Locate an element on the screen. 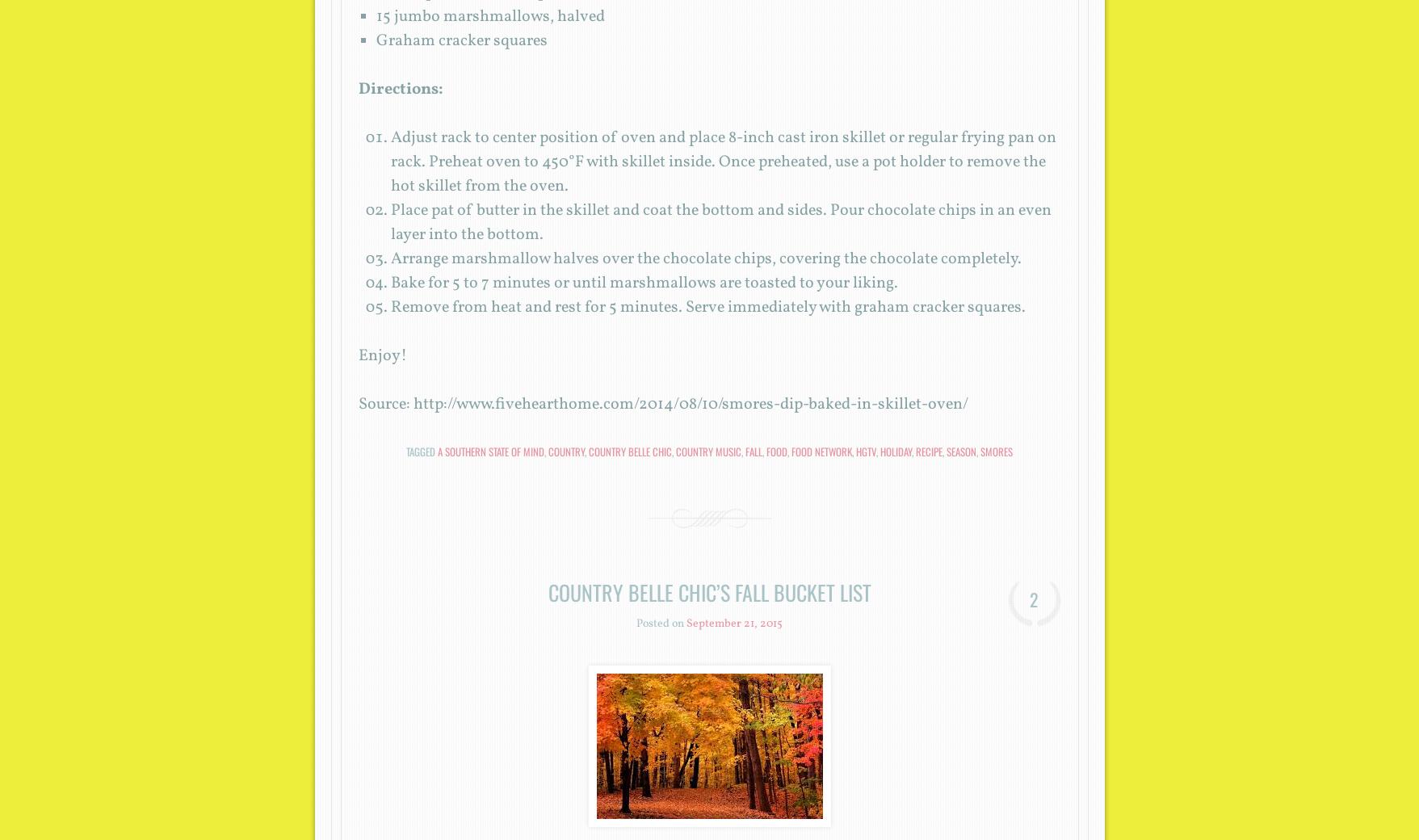 The image size is (1419, 840). 'September 21, 2015' is located at coordinates (686, 624).